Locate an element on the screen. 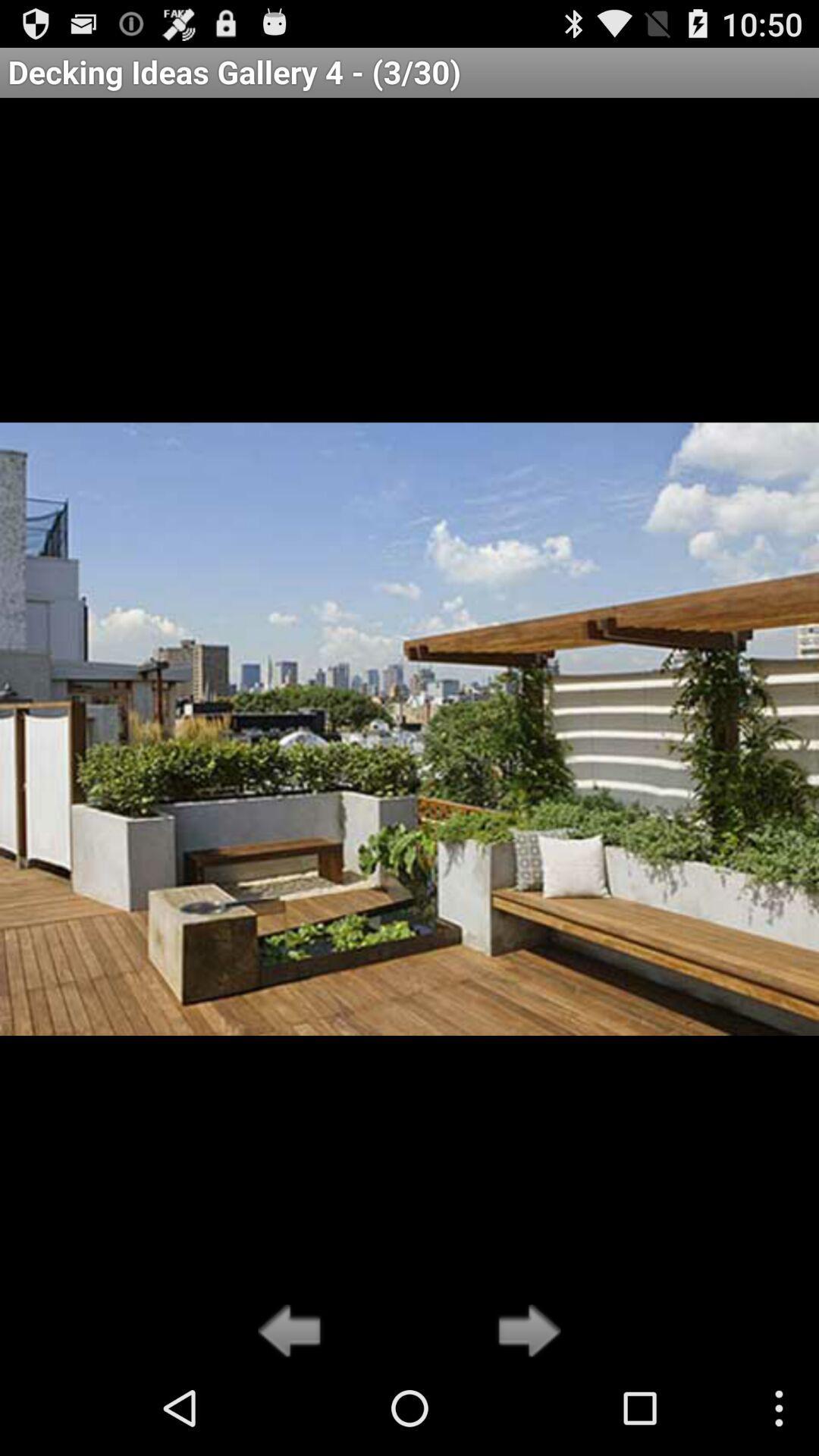  previous photo is located at coordinates (293, 1332).